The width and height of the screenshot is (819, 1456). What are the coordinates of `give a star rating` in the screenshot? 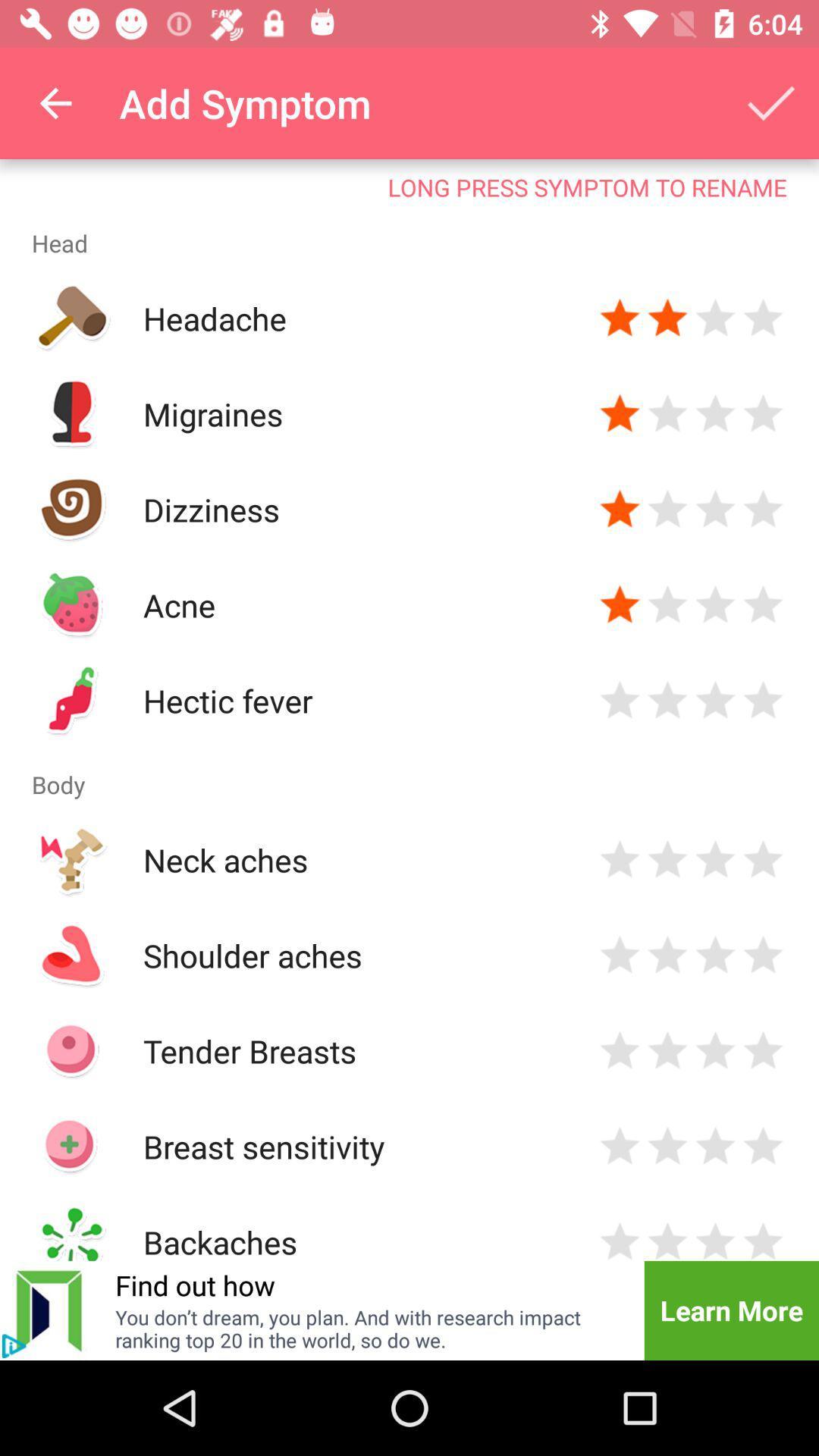 It's located at (620, 859).